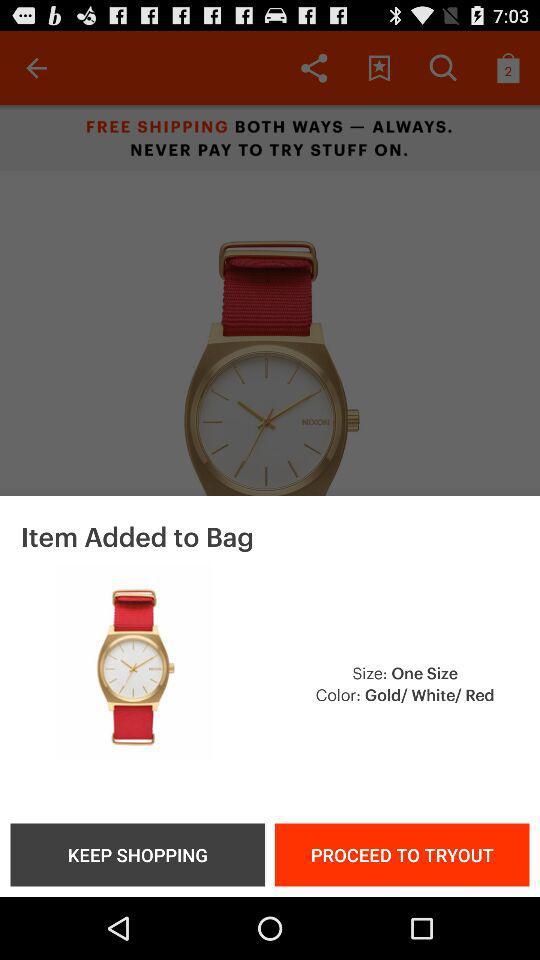 This screenshot has width=540, height=960. What do you see at coordinates (402, 853) in the screenshot?
I see `proceed to tryout icon` at bounding box center [402, 853].